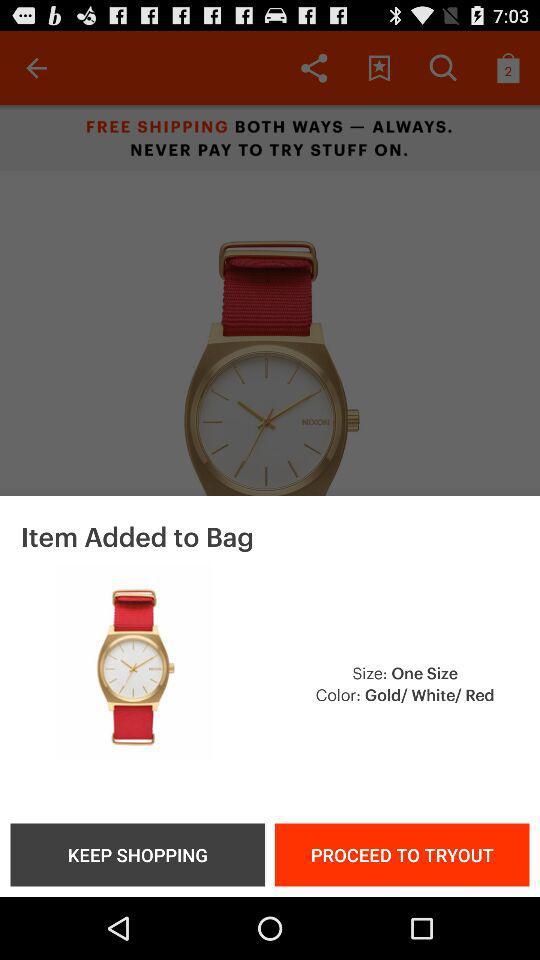 This screenshot has width=540, height=960. What do you see at coordinates (402, 853) in the screenshot?
I see `proceed to tryout icon` at bounding box center [402, 853].